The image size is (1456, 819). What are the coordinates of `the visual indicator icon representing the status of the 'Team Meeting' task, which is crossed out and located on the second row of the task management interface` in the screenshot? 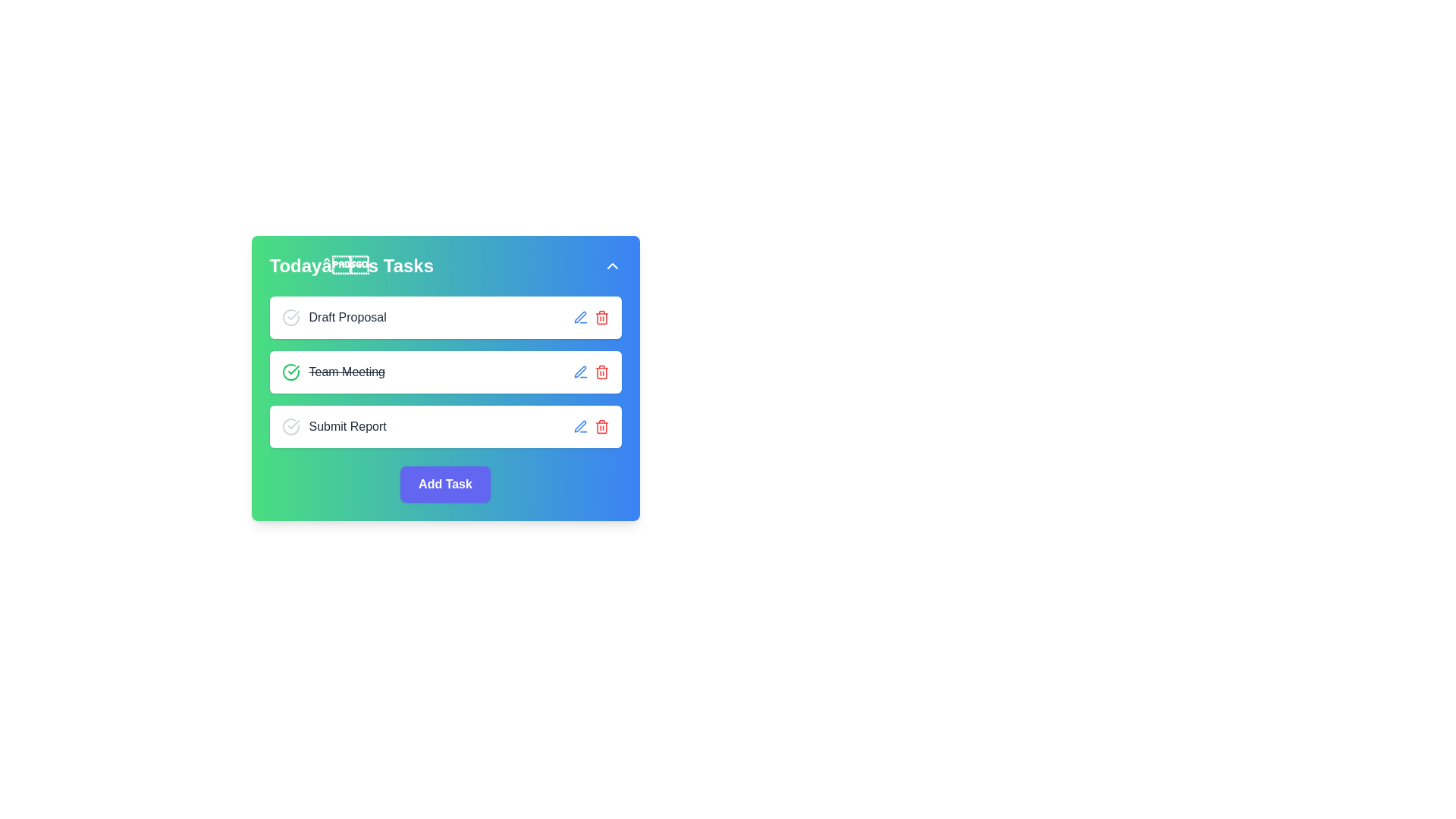 It's located at (290, 372).